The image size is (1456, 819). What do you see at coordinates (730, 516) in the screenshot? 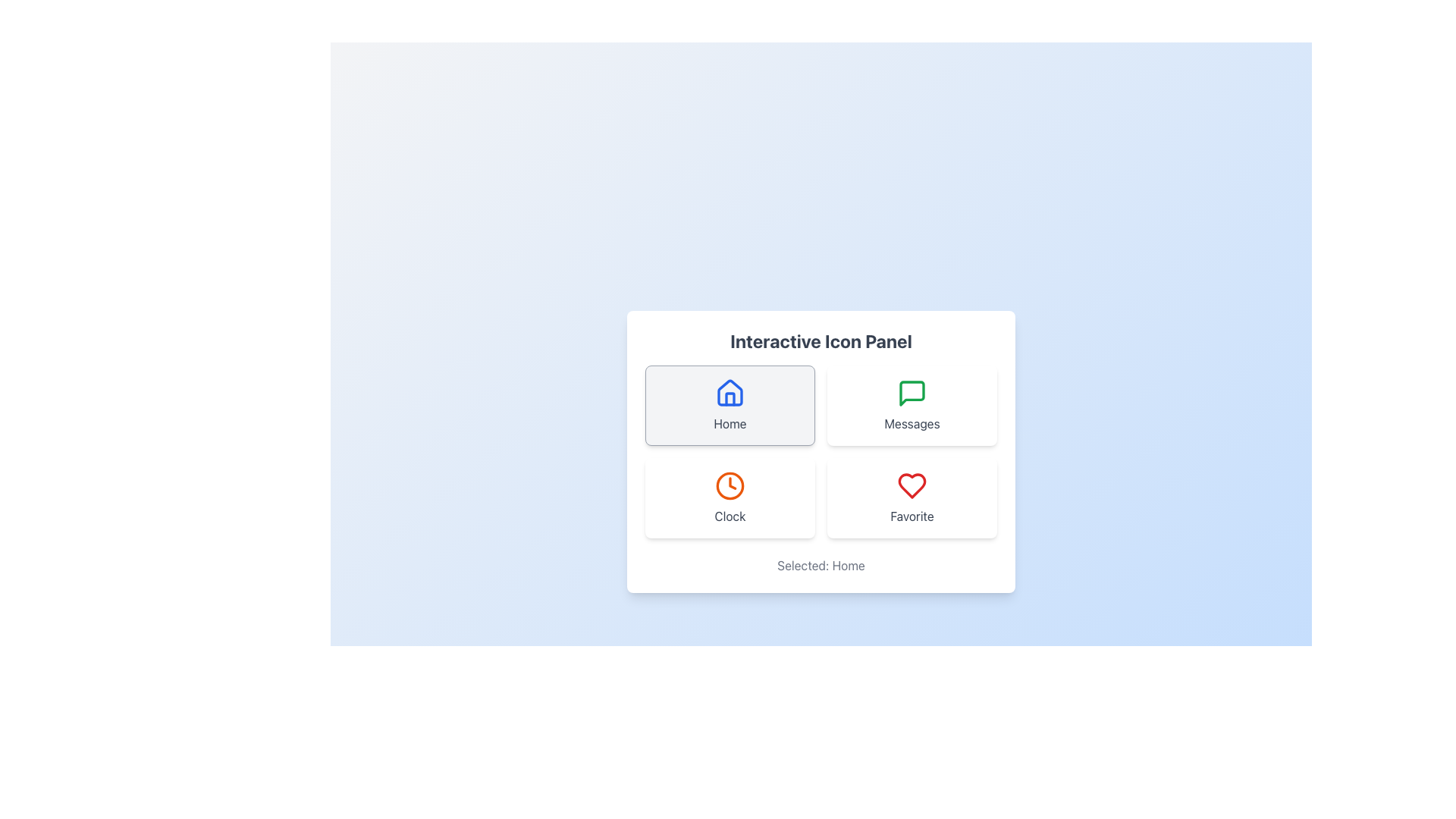
I see `the button that contains the text label for the 'Clock' icon, which is centrally aligned beneath the clock icon within the lower left quadrant of a 2x2 grid layout` at bounding box center [730, 516].